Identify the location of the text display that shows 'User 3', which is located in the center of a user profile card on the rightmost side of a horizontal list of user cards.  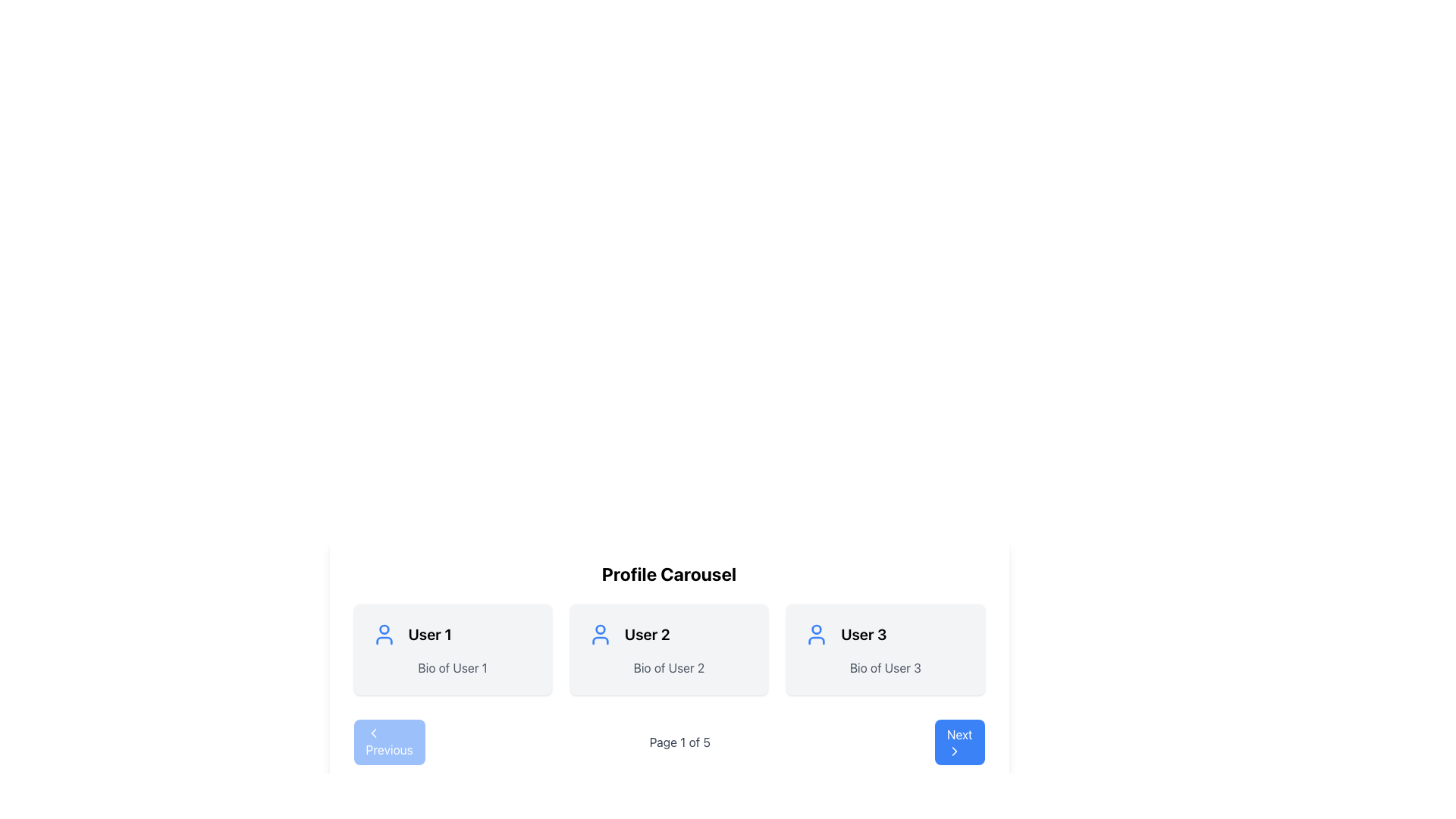
(864, 635).